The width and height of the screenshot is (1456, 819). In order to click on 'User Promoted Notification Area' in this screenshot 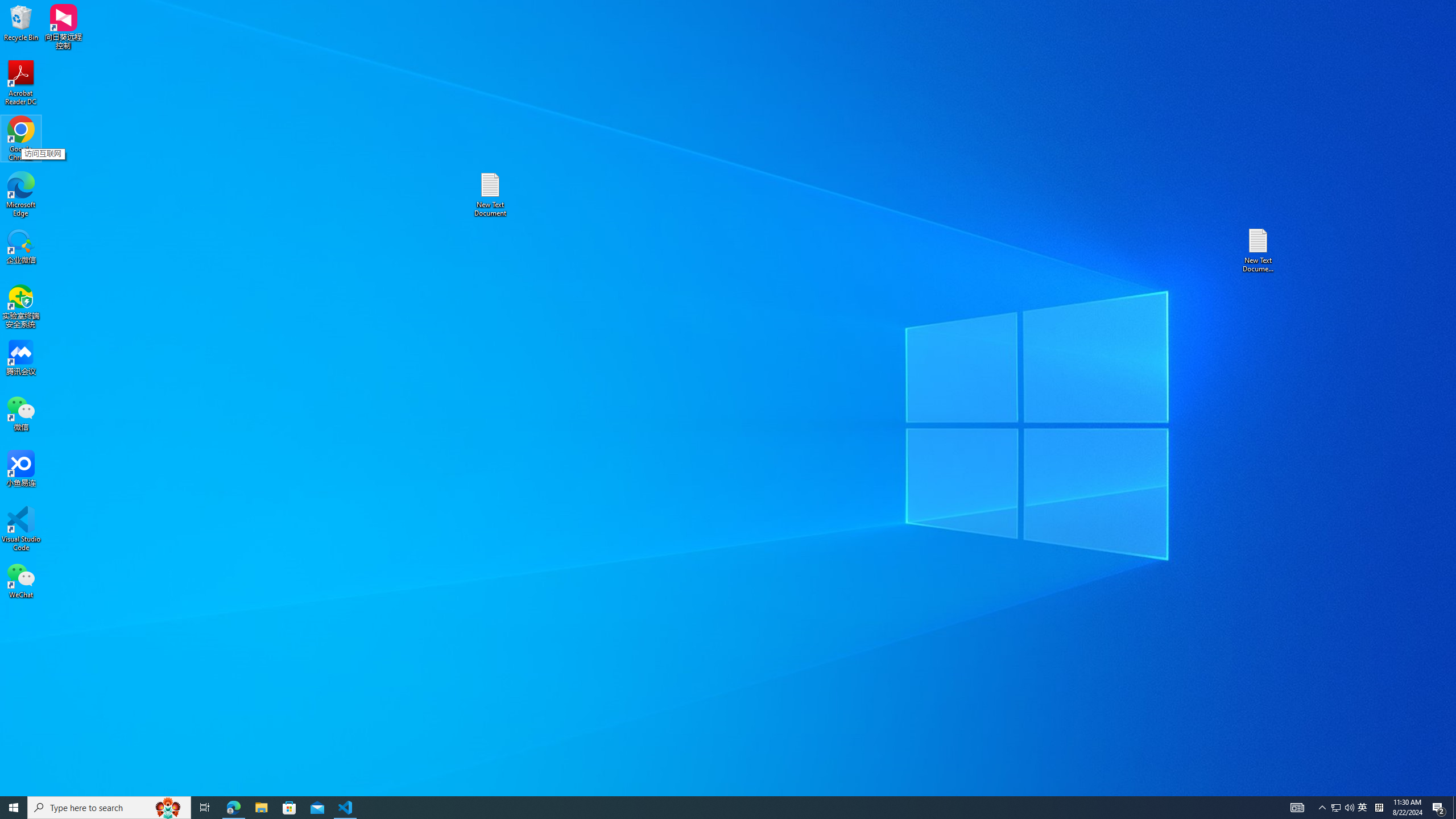, I will do `click(1342, 806)`.